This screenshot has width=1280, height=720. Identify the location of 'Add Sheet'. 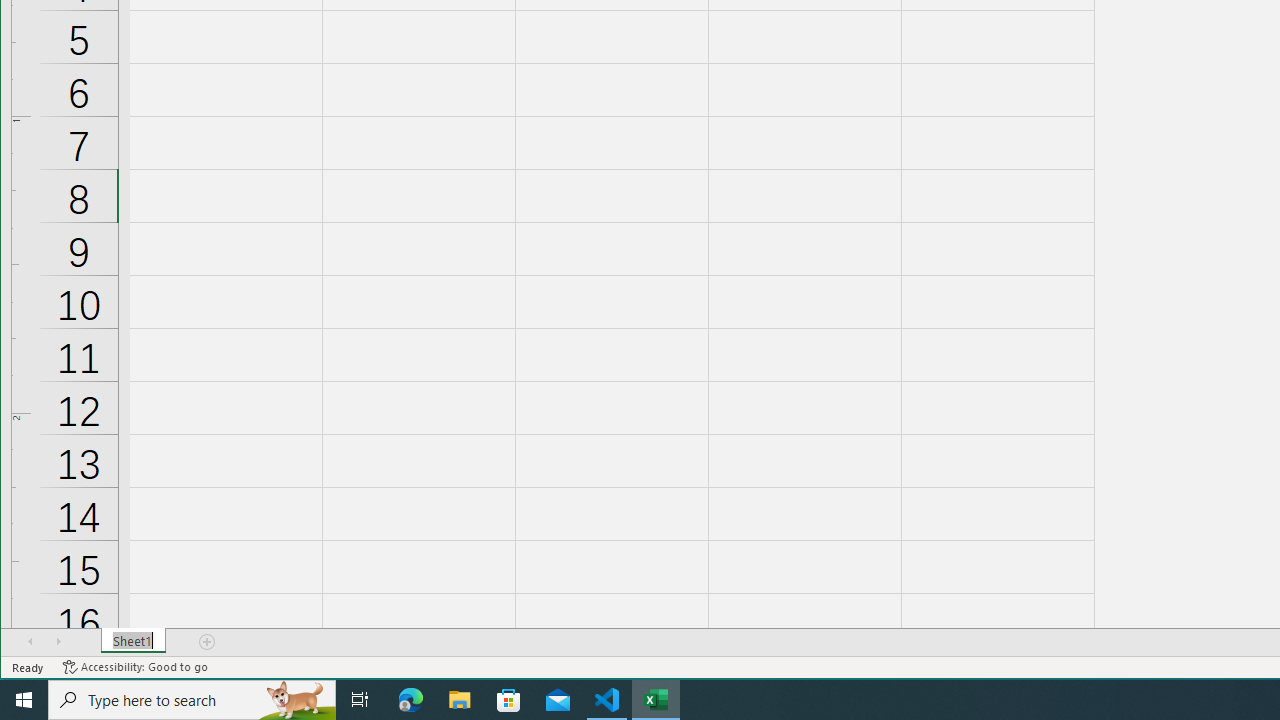
(208, 641).